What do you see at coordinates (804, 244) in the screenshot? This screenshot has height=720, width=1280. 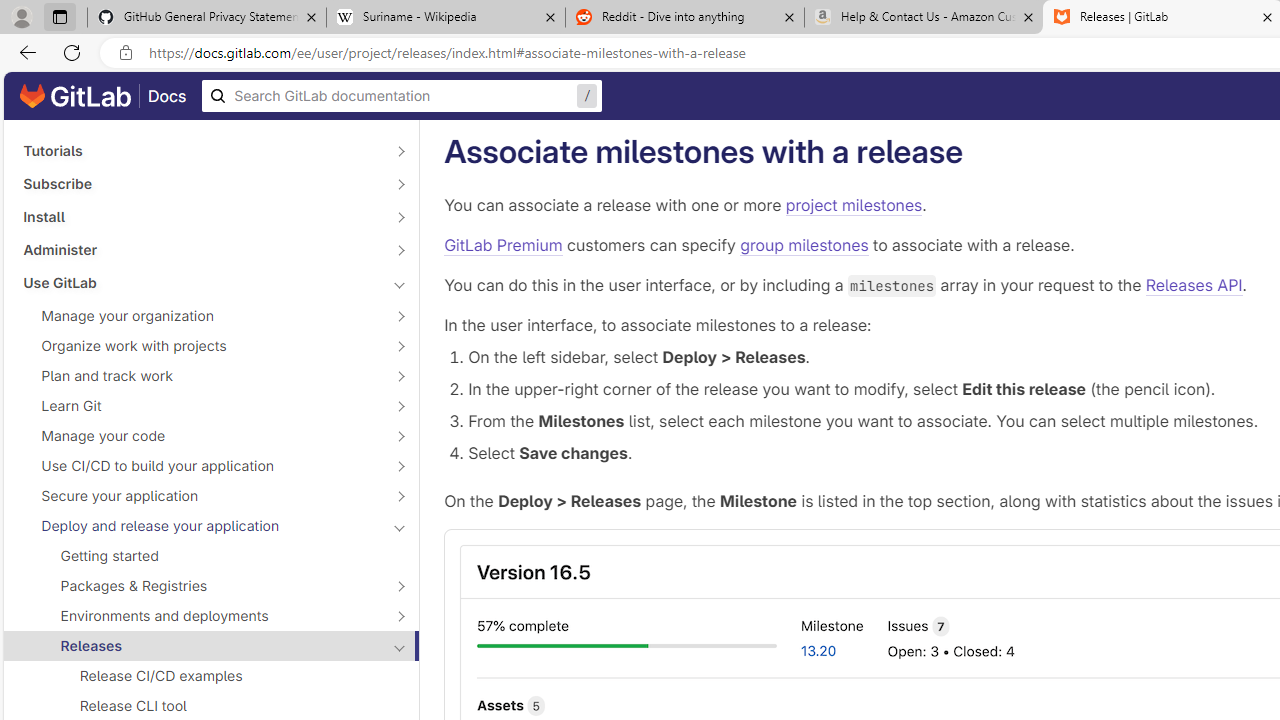 I see `'group milestones'` at bounding box center [804, 244].